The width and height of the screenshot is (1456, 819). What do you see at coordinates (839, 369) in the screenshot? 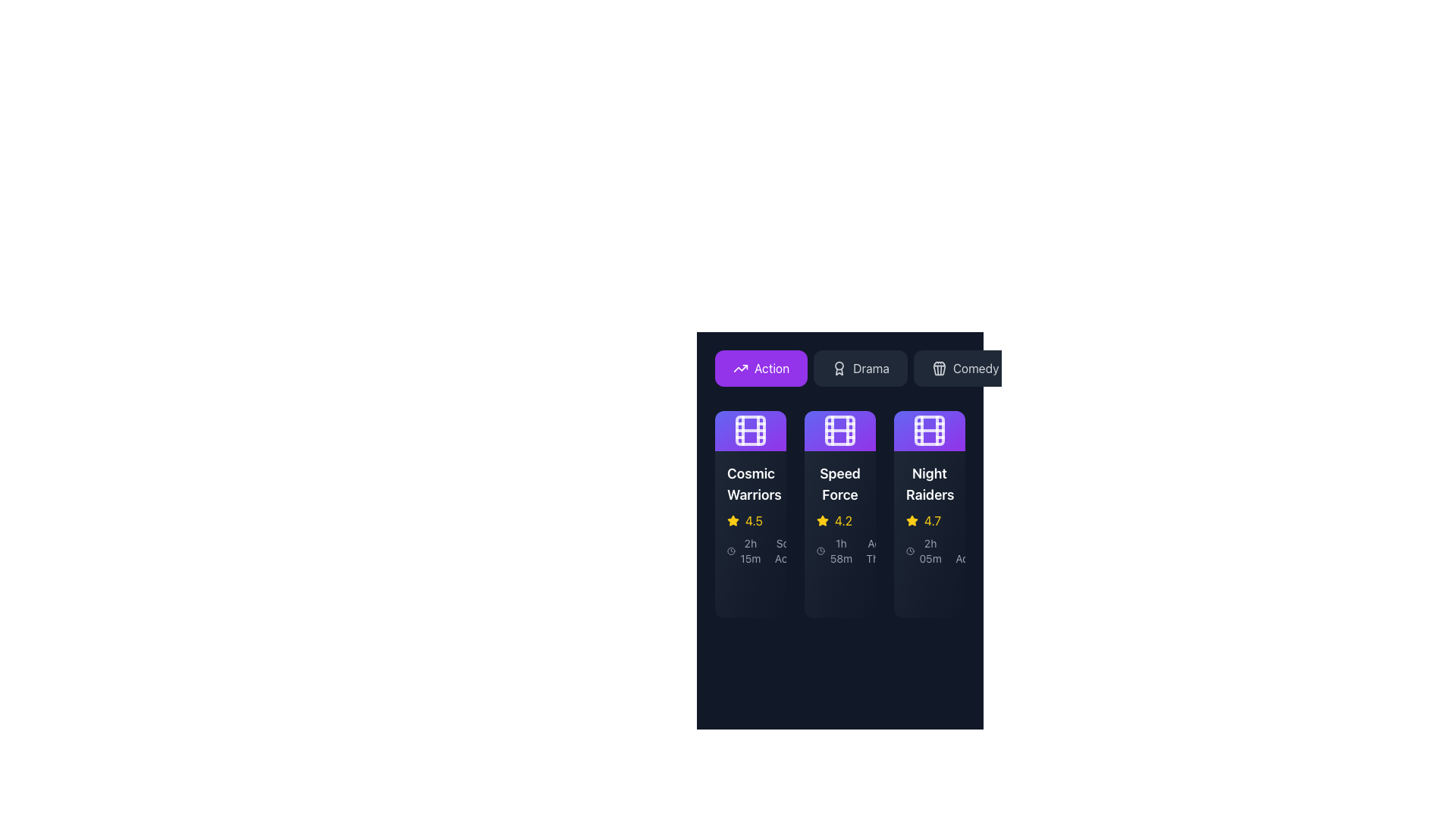
I see `the award or badge icon representing the 'Drama' category, which is the second icon among its sibling category buttons at the top of the user interface` at bounding box center [839, 369].